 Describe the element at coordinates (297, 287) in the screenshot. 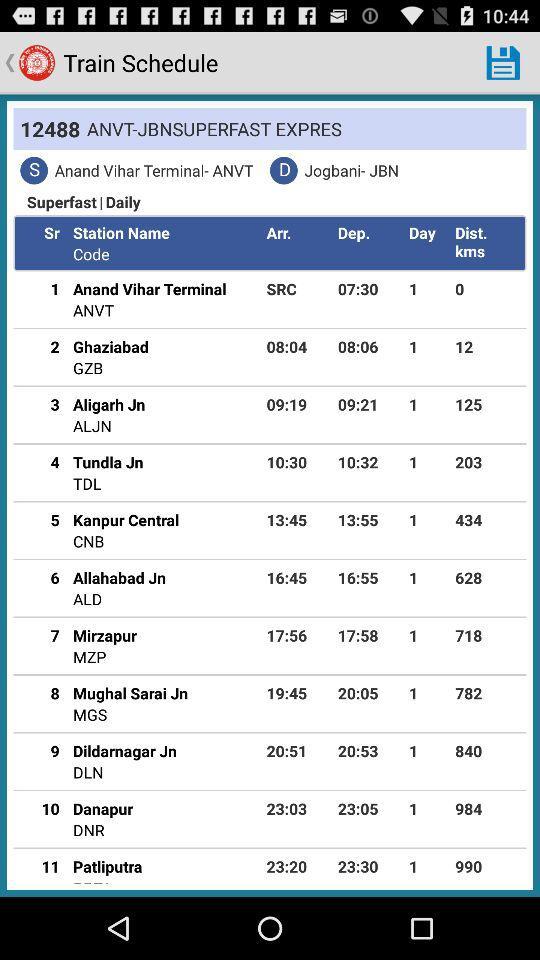

I see `the icon to the right of the anand vihar terminal icon` at that location.